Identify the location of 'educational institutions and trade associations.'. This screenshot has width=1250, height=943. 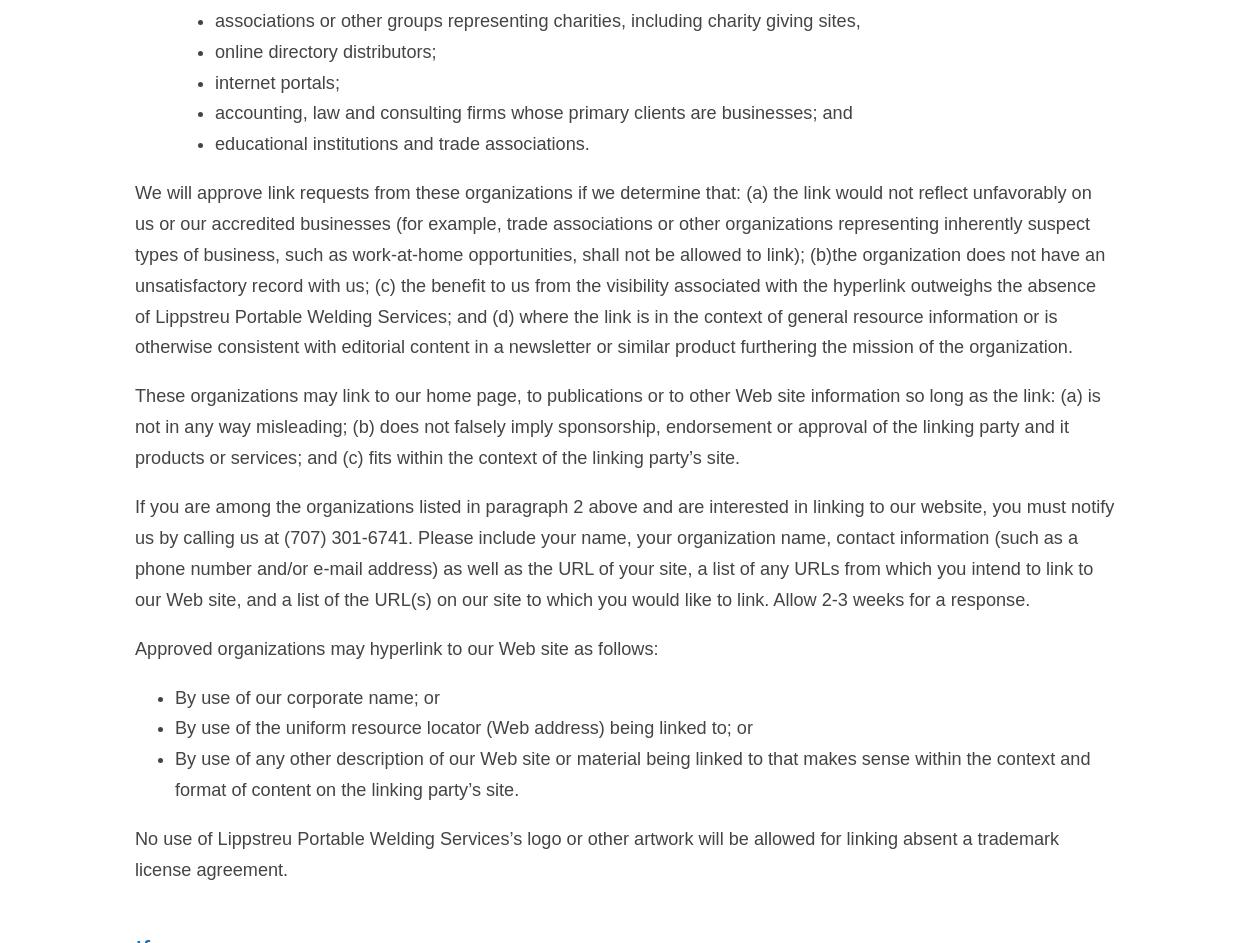
(402, 143).